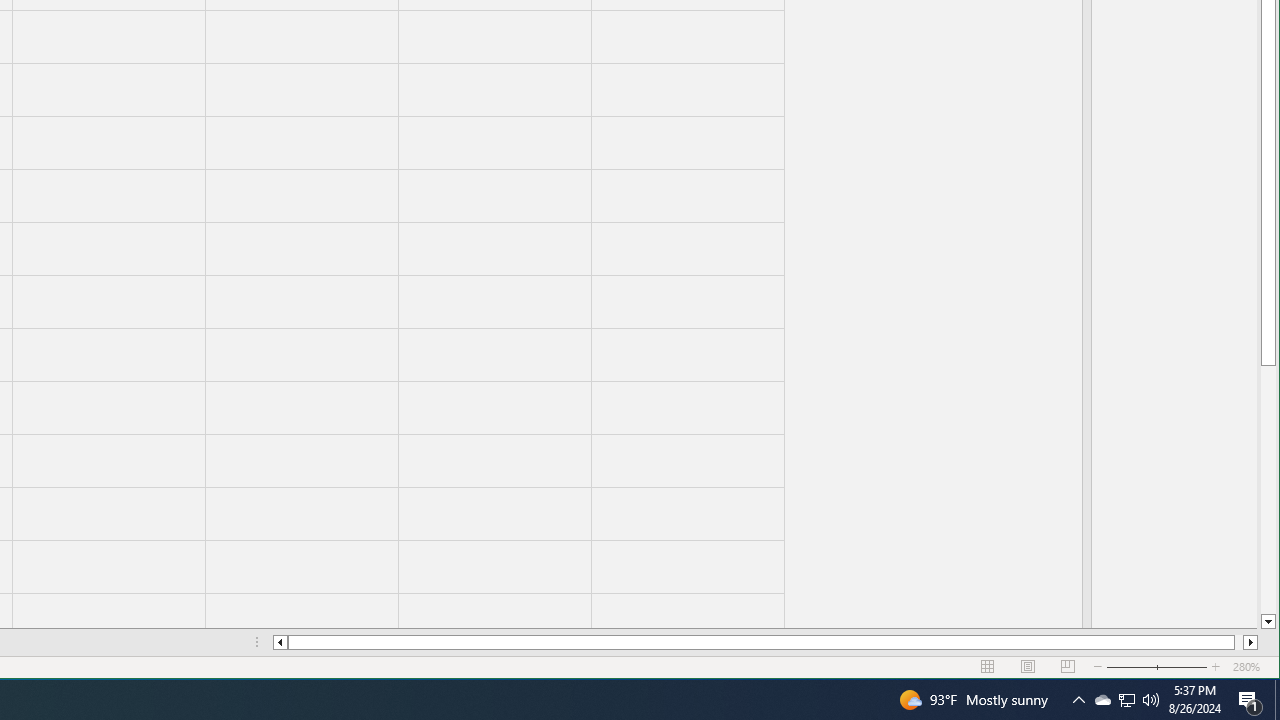 Image resolution: width=1280 pixels, height=720 pixels. What do you see at coordinates (1127, 698) in the screenshot?
I see `'Q2790: 100%'` at bounding box center [1127, 698].